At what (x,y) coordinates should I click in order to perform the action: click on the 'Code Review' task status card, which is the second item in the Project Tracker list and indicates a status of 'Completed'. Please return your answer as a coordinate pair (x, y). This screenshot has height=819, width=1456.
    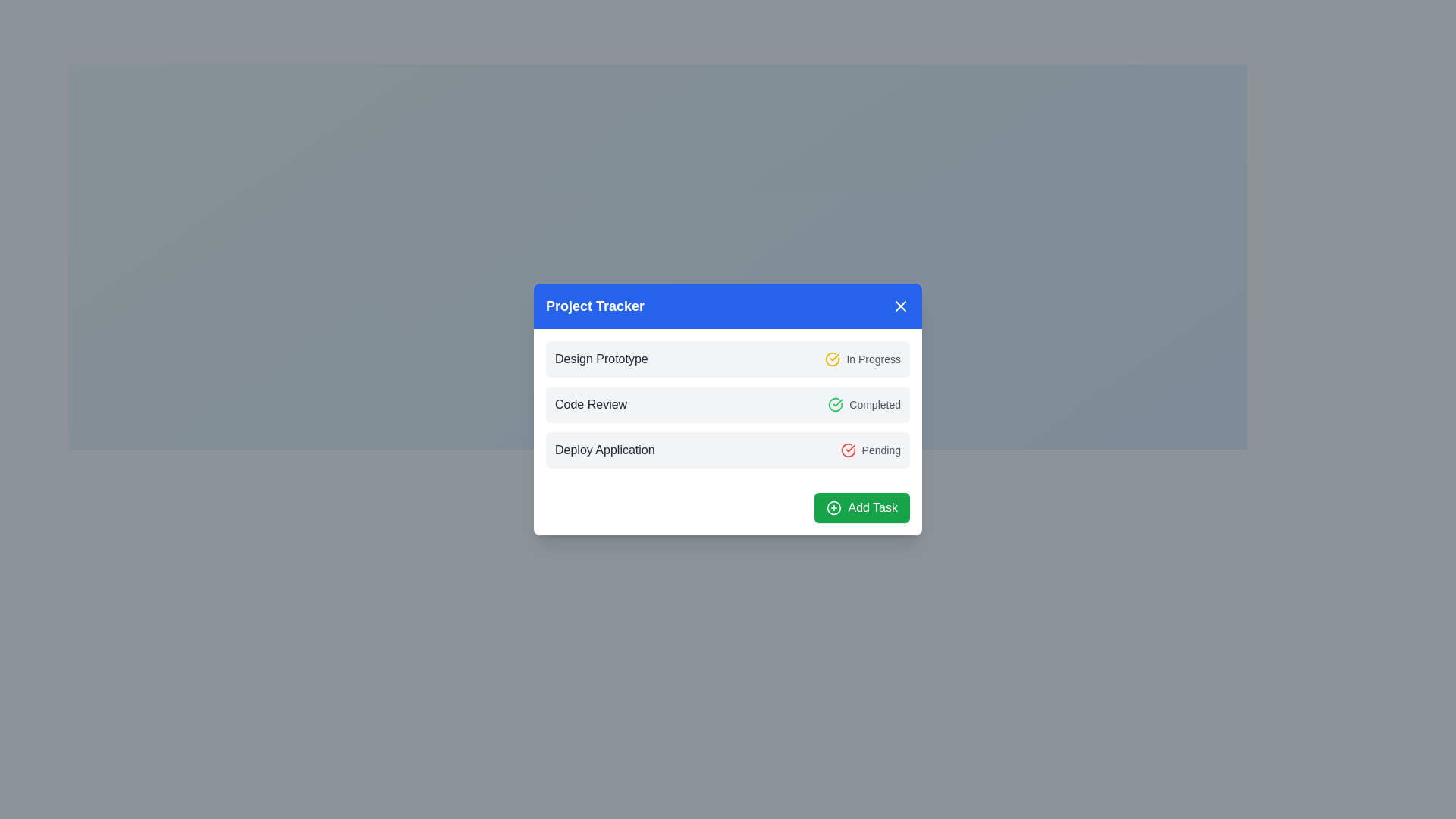
    Looking at the image, I should click on (728, 403).